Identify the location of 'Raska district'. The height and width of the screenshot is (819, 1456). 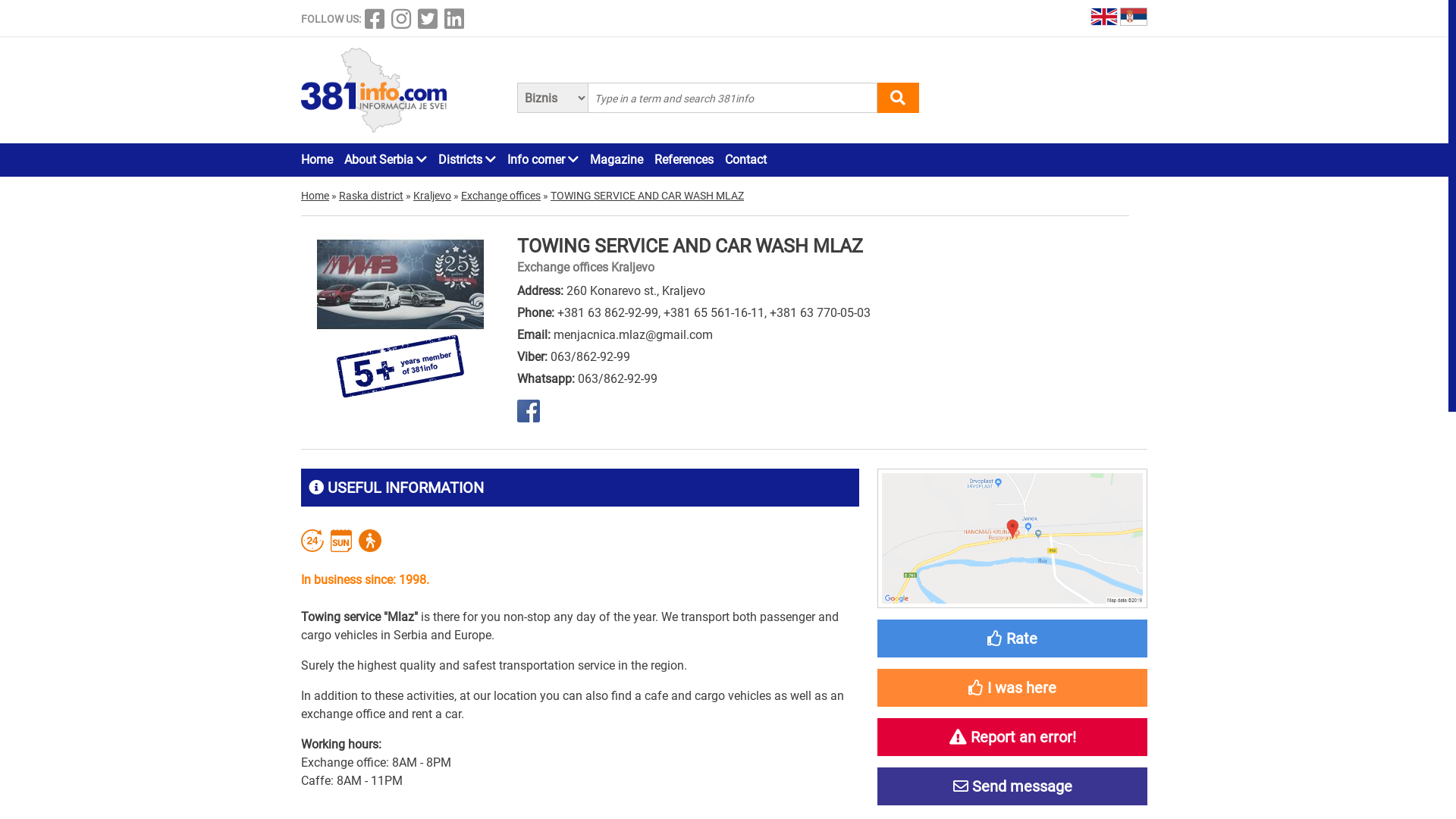
(371, 195).